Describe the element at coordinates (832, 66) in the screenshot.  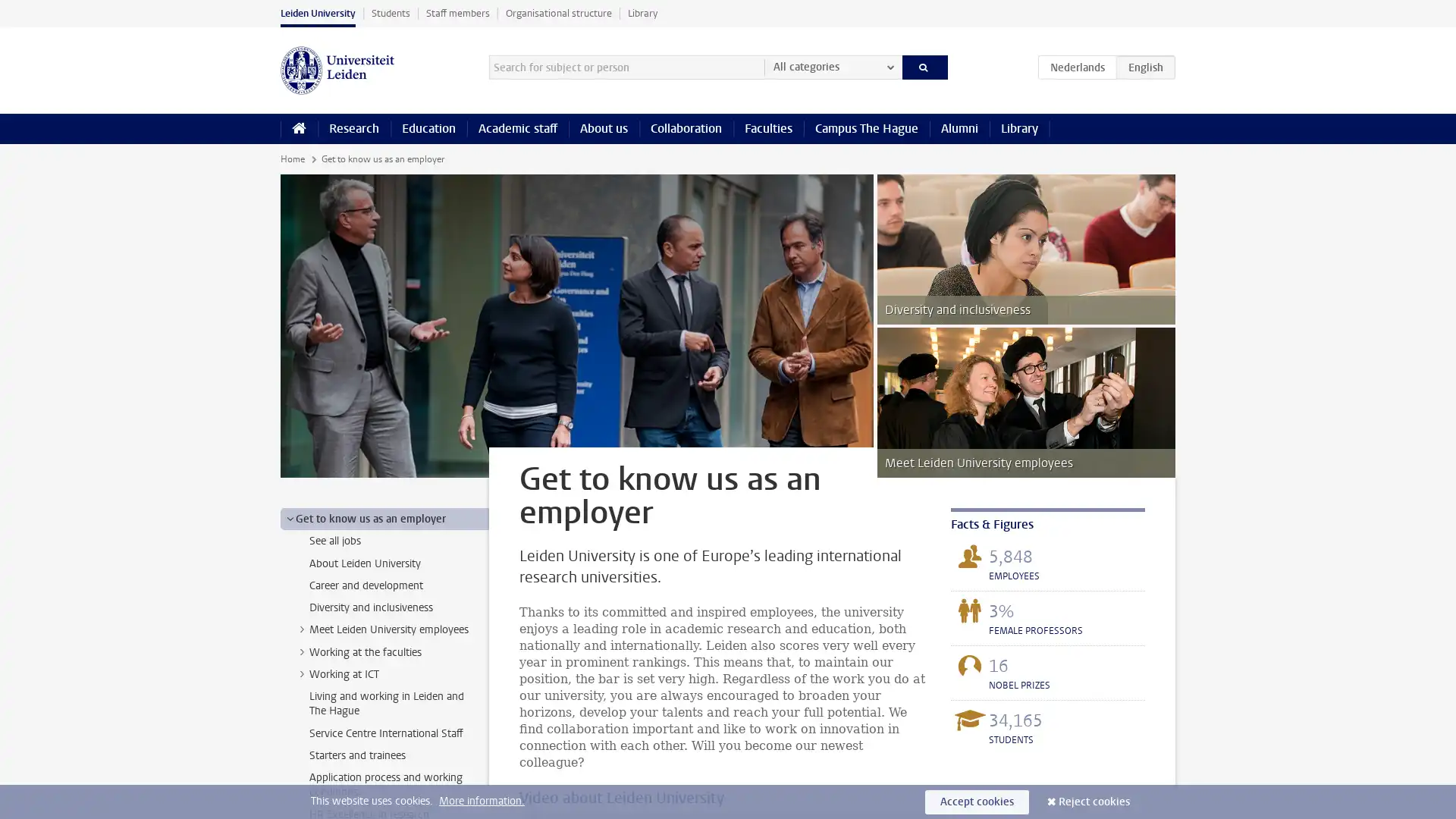
I see `All categories` at that location.